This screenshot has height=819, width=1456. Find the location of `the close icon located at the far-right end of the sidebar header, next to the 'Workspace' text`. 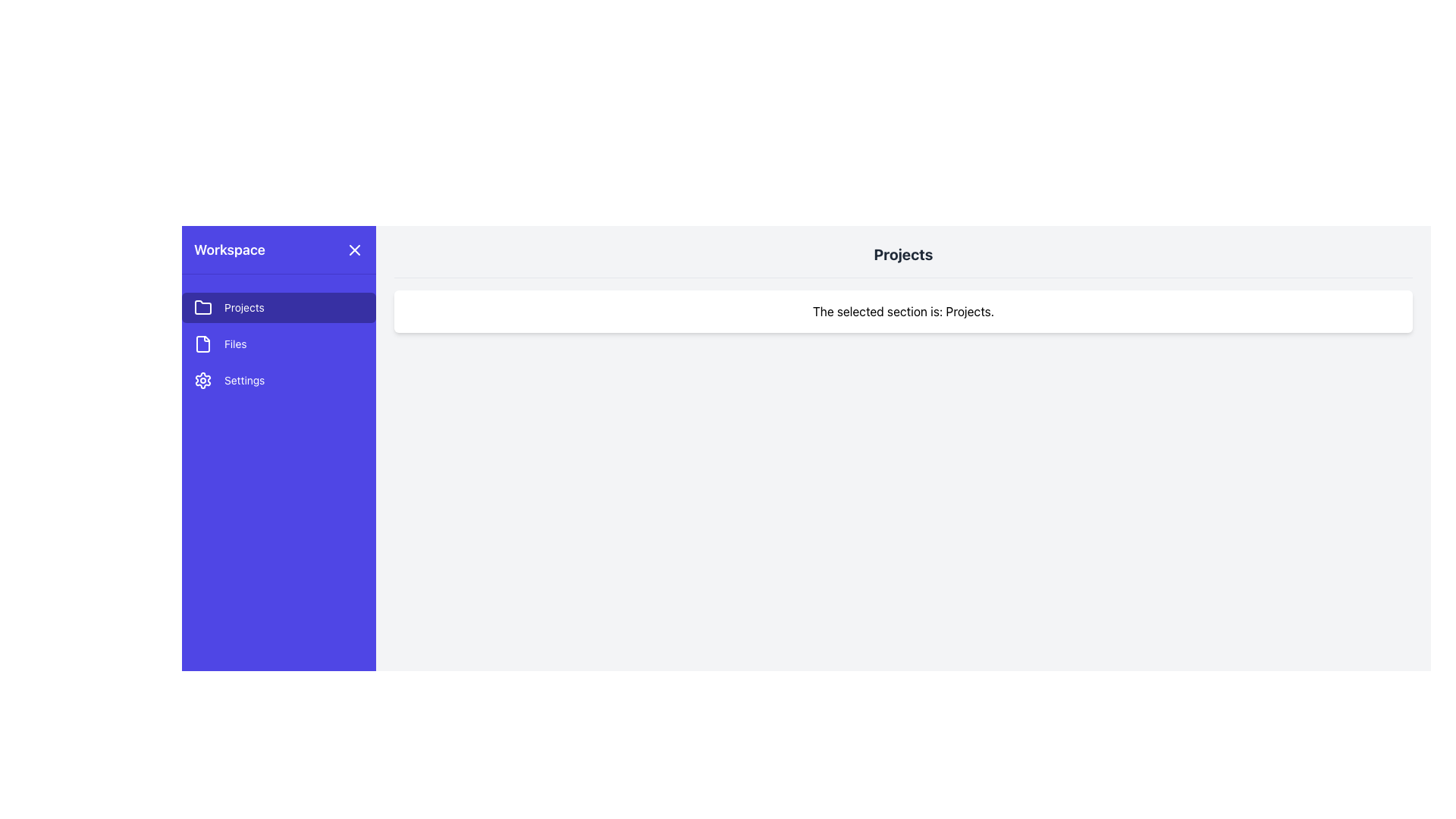

the close icon located at the far-right end of the sidebar header, next to the 'Workspace' text is located at coordinates (353, 248).